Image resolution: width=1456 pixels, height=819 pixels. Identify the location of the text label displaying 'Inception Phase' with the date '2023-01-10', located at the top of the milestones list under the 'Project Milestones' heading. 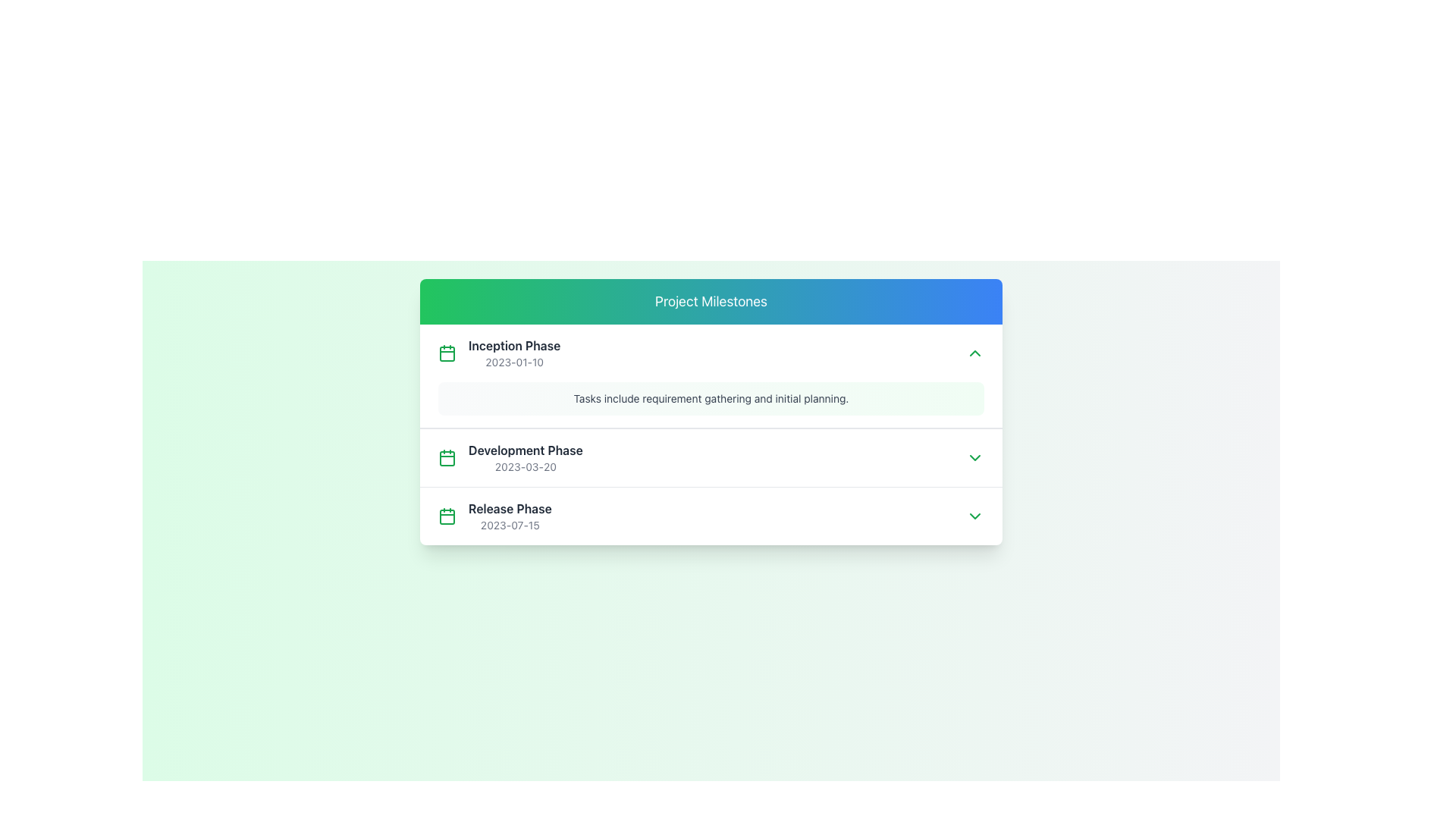
(514, 353).